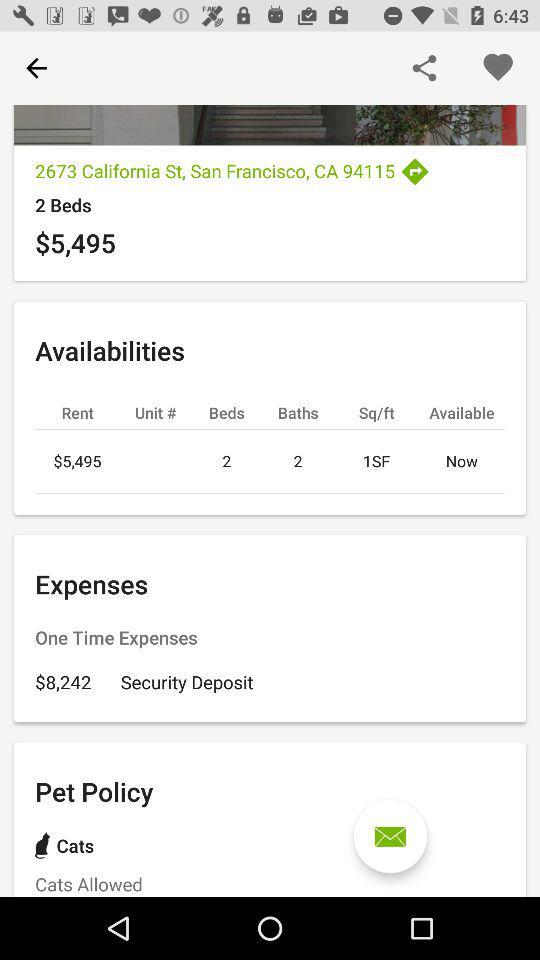 This screenshot has width=540, height=960. Describe the element at coordinates (36, 68) in the screenshot. I see `previous` at that location.